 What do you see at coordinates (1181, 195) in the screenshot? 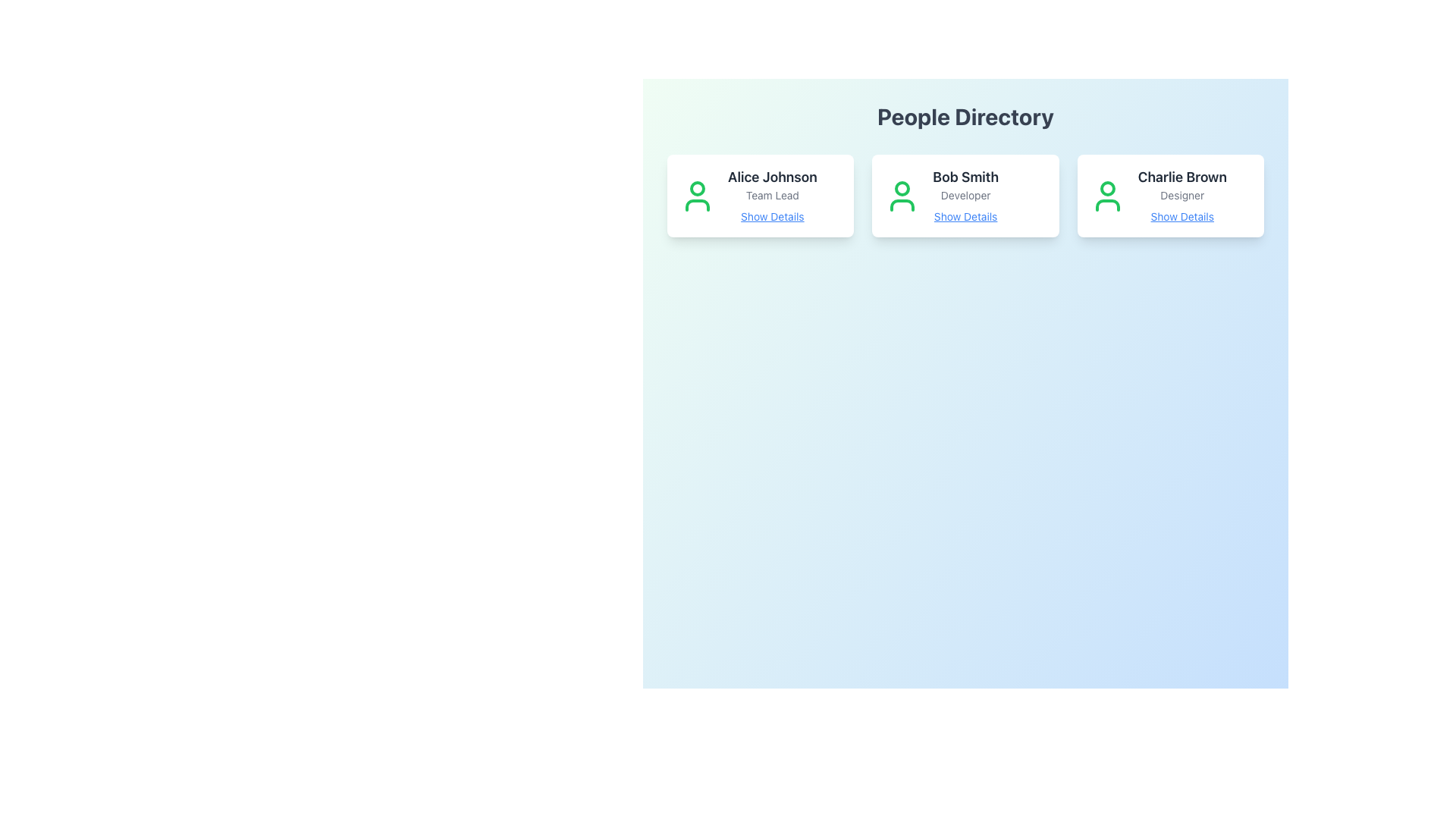
I see `the 'Designer' text label, which is styled in a smaller, muted font and is positioned vertically between 'Charlie Brown' above and 'Show Details' below within the rightmost card of the 'People Directory' interface` at bounding box center [1181, 195].